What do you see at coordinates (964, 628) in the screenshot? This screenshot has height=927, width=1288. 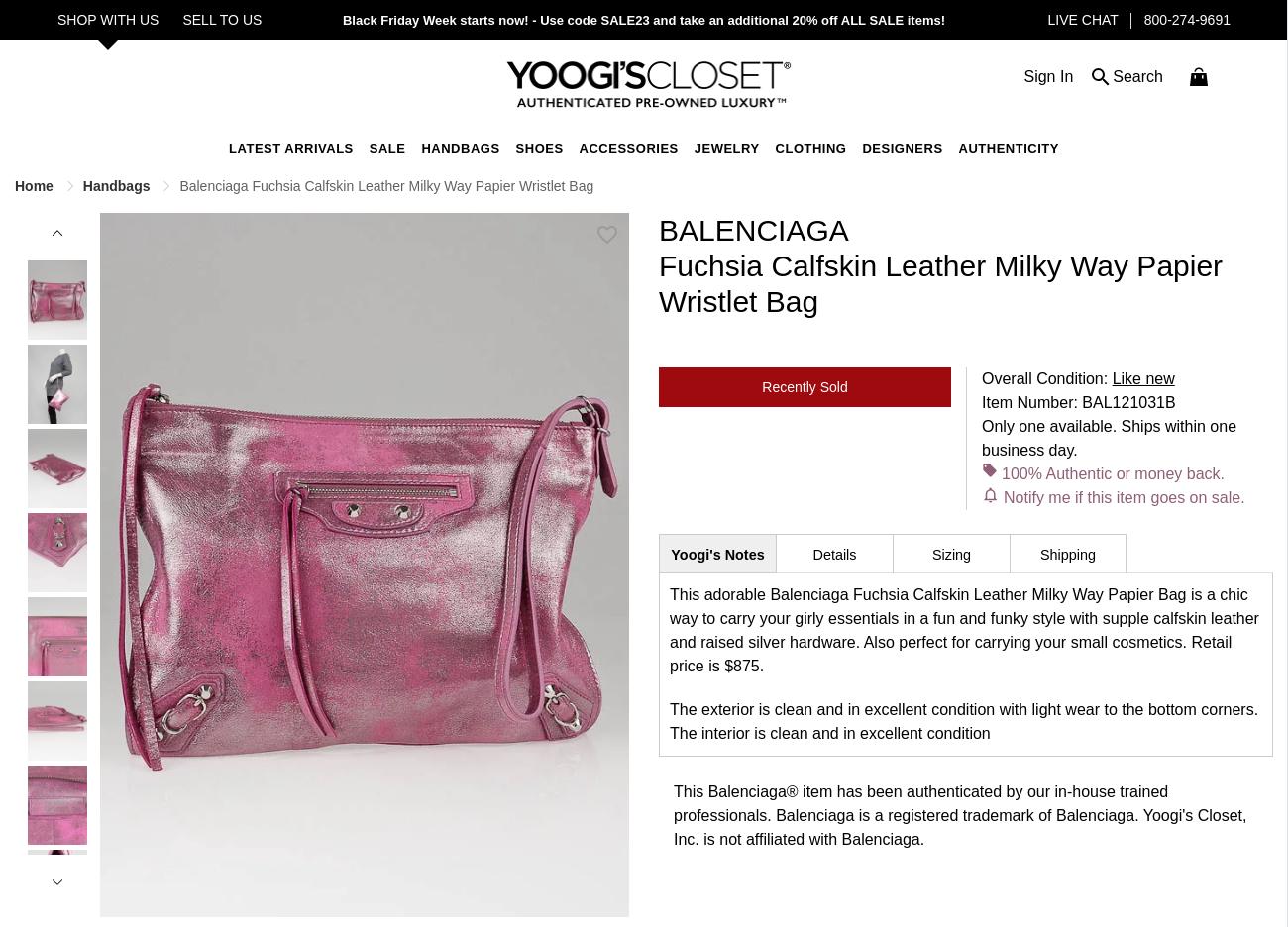 I see `'This adorable Balenciaga Fuchsia Calfskin Leather Milky Way Papier Bag is a chic way to carry your girly essentials in a fun and funky style with supple calfskin leather and raised silver hardware. Also perfect for carrying your small cosmetics. Retail price is $875.'` at bounding box center [964, 628].